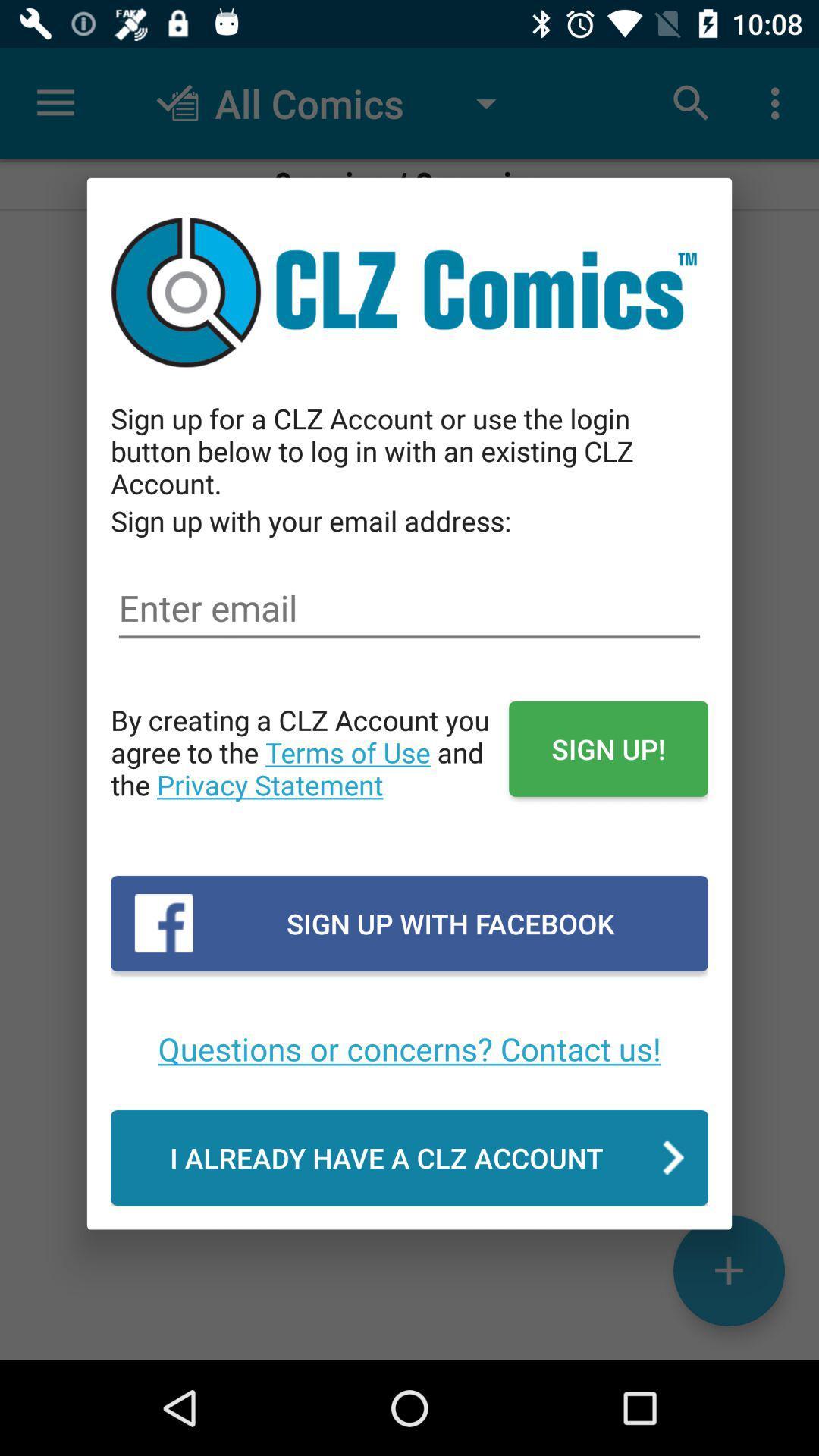 Image resolution: width=819 pixels, height=1456 pixels. I want to click on the i already have, so click(409, 1156).